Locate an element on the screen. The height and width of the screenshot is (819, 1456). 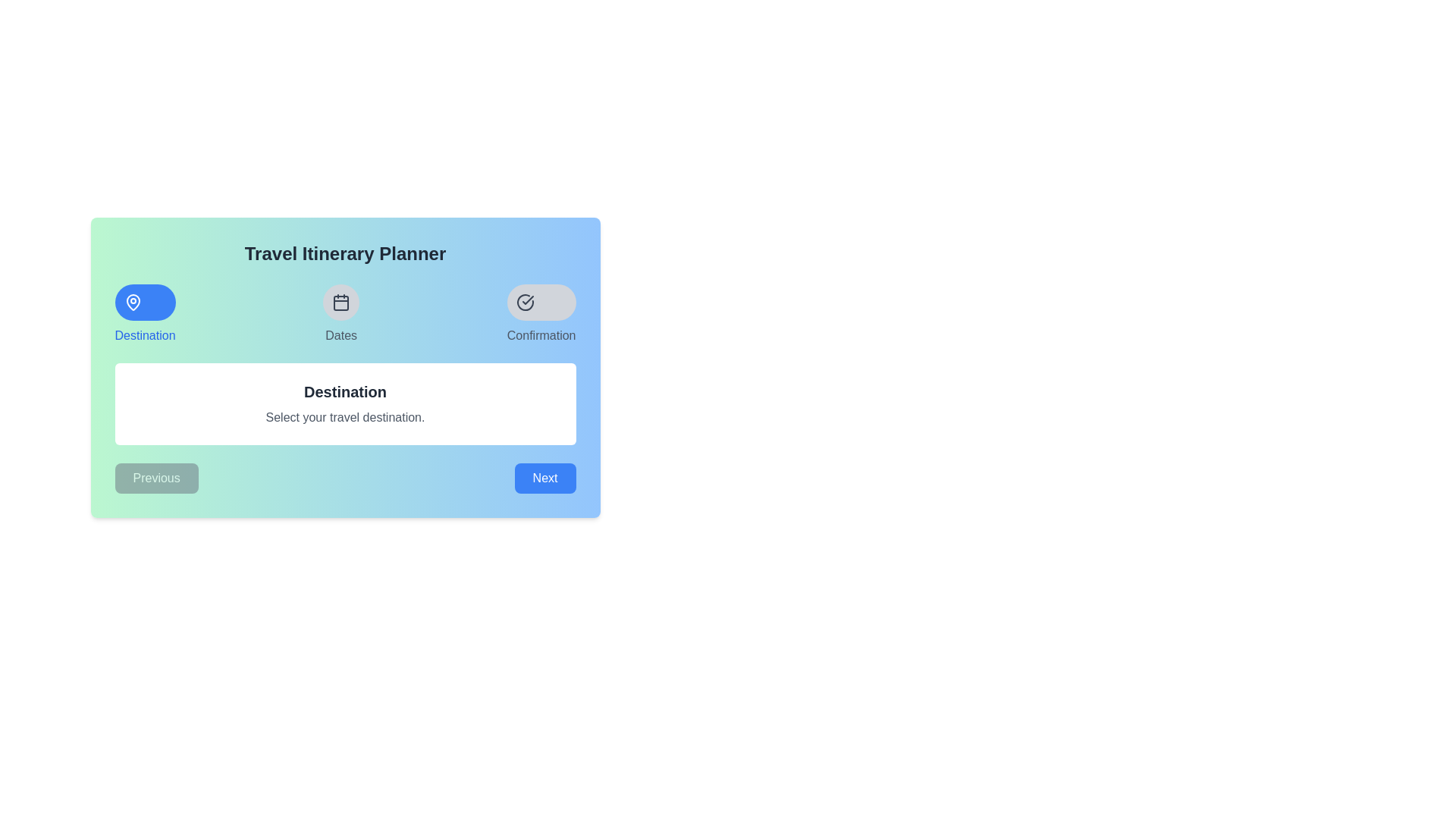
the circular icon with a checkmark inside, styled with a gray background and darker gray outline, located at the rightmost position of three horizontal icons labeled 'Confirmation' is located at coordinates (525, 302).